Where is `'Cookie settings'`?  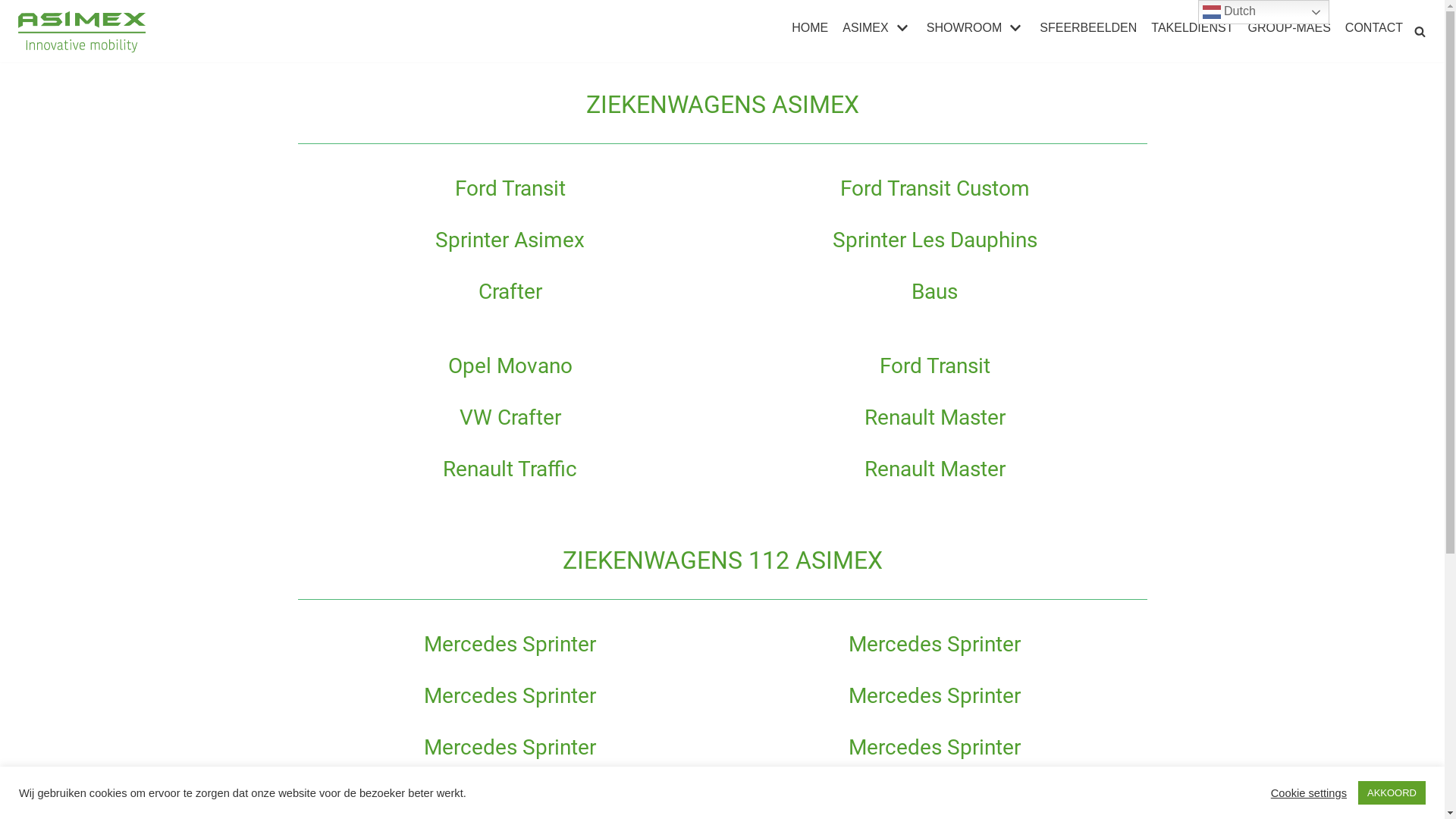
'Cookie settings' is located at coordinates (1308, 792).